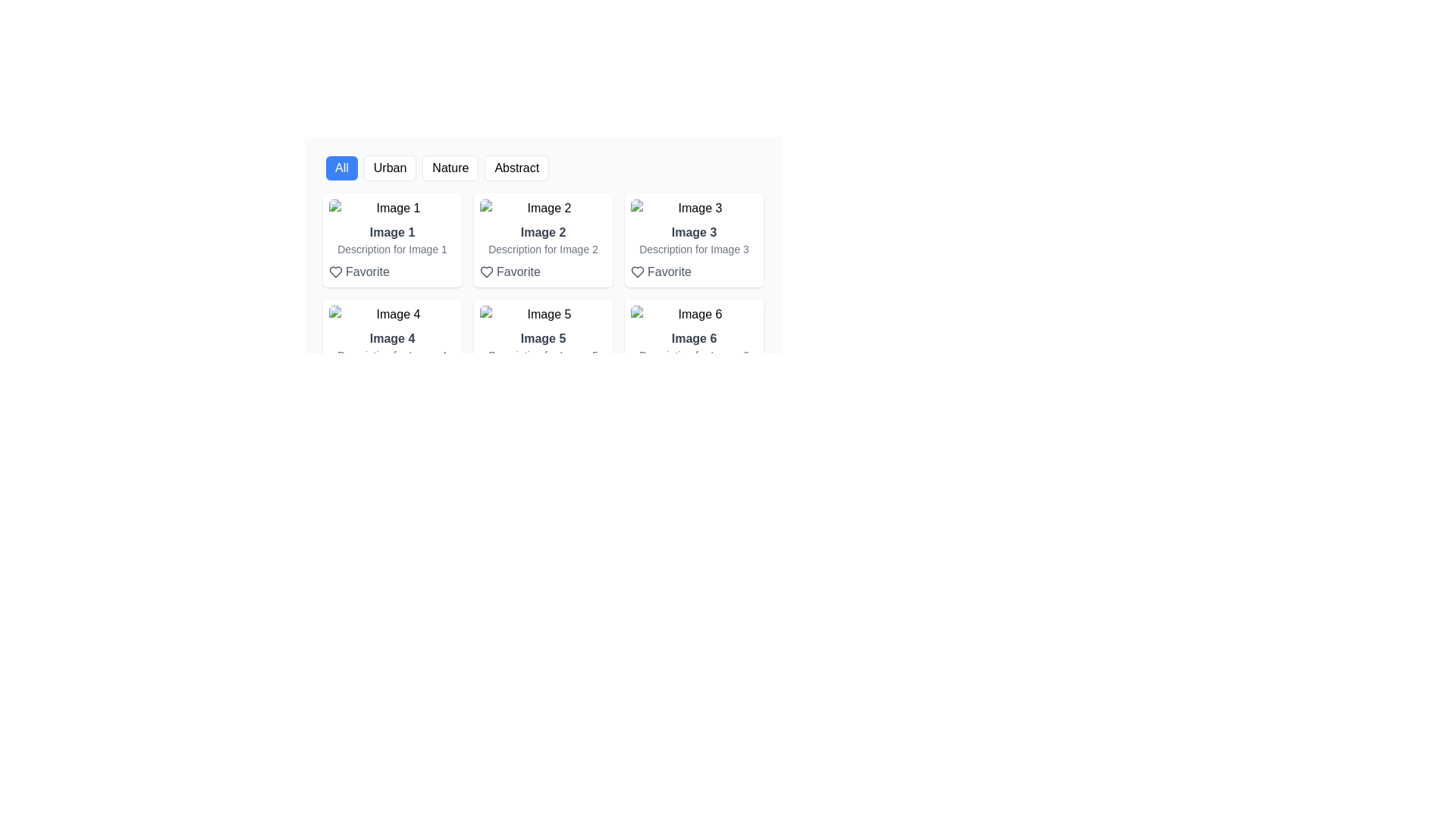  I want to click on the first image card in the gallery to focus on it, so click(392, 239).